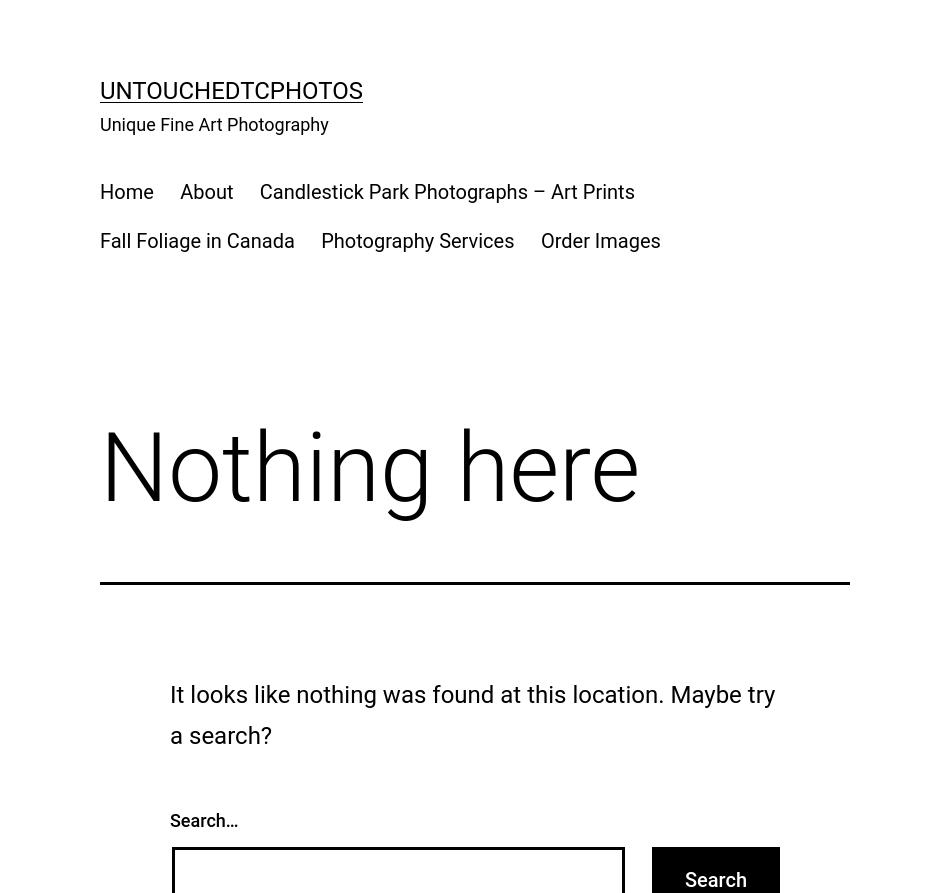  Describe the element at coordinates (147, 185) in the screenshot. I see `'No results found'` at that location.